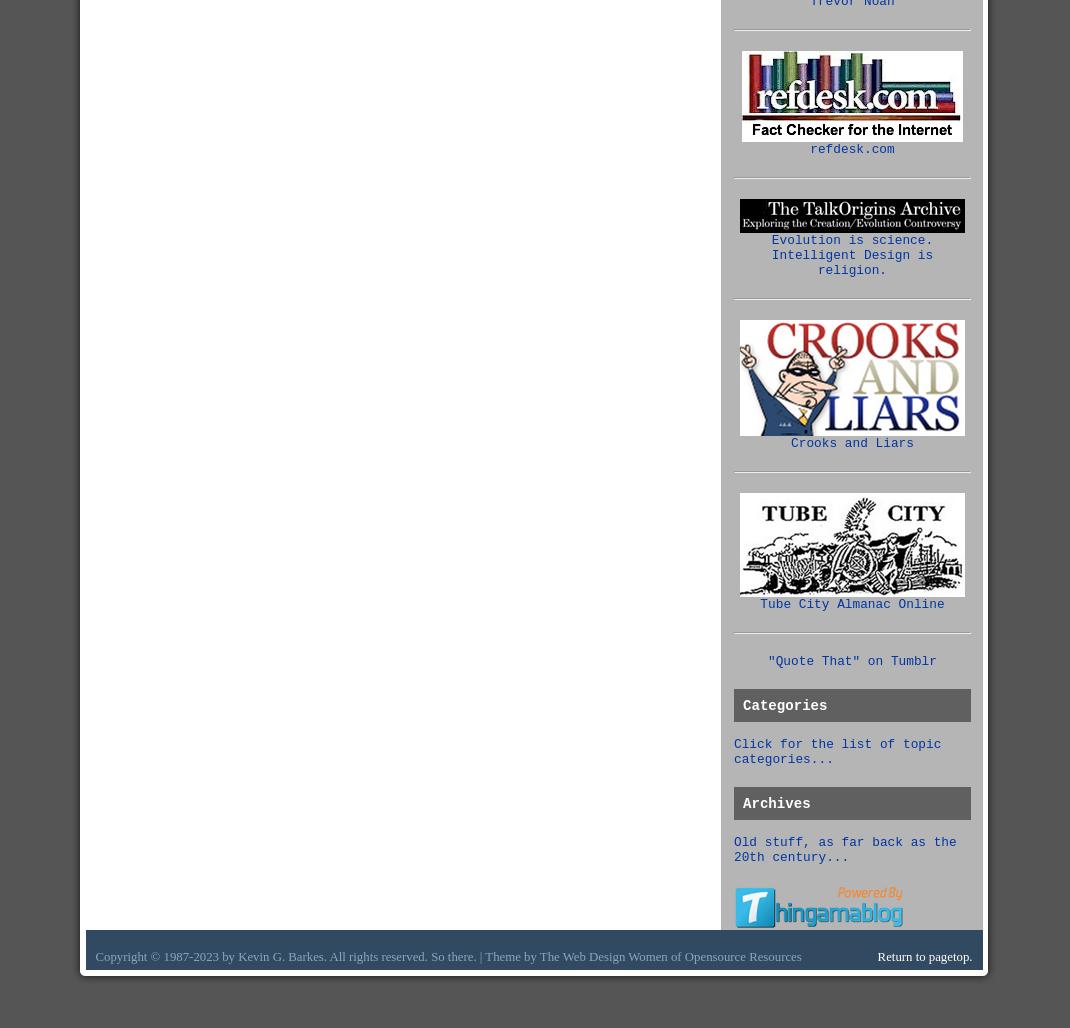  I want to click on 'Categories', so click(783, 706).